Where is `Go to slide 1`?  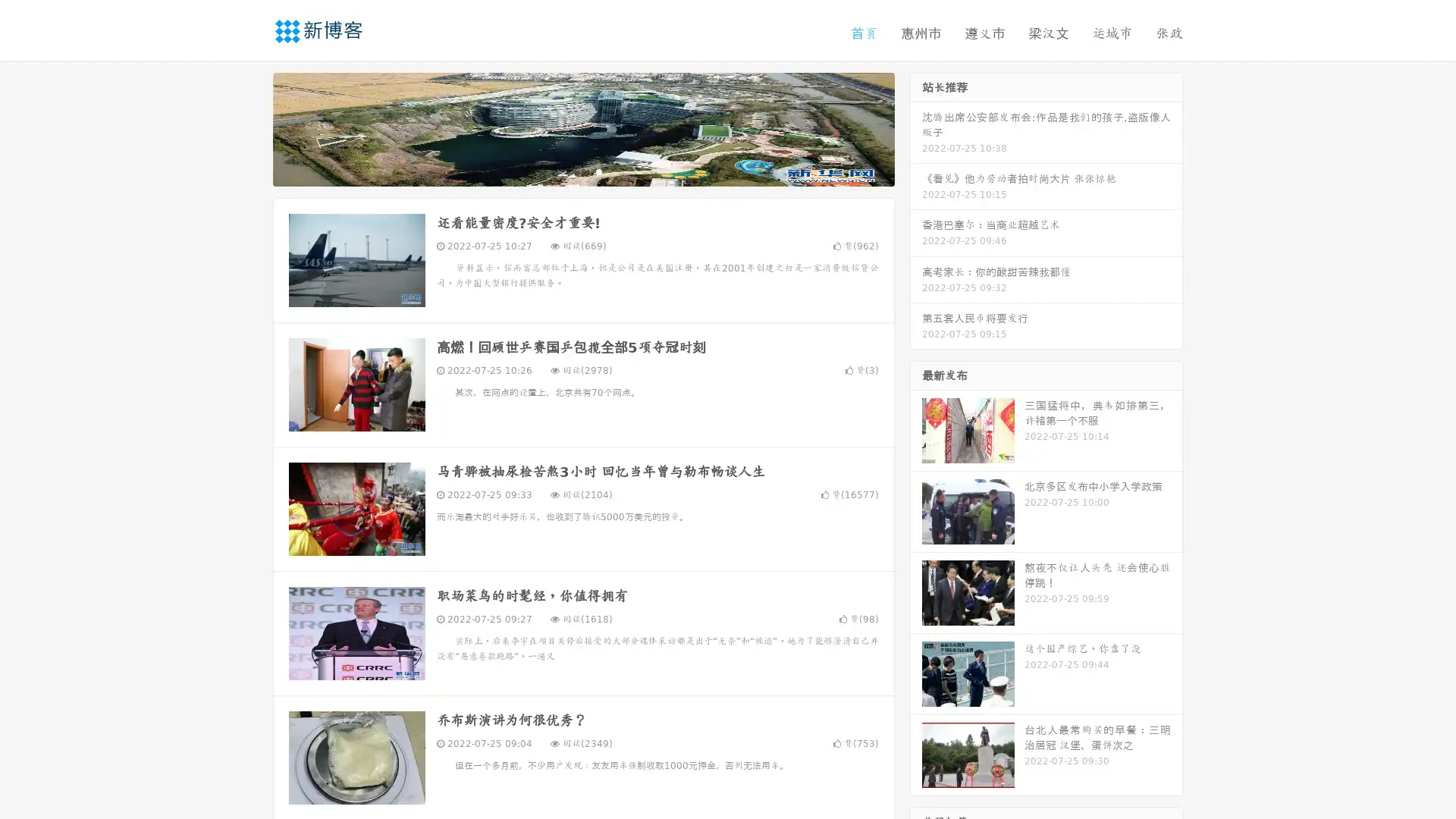
Go to slide 1 is located at coordinates (567, 171).